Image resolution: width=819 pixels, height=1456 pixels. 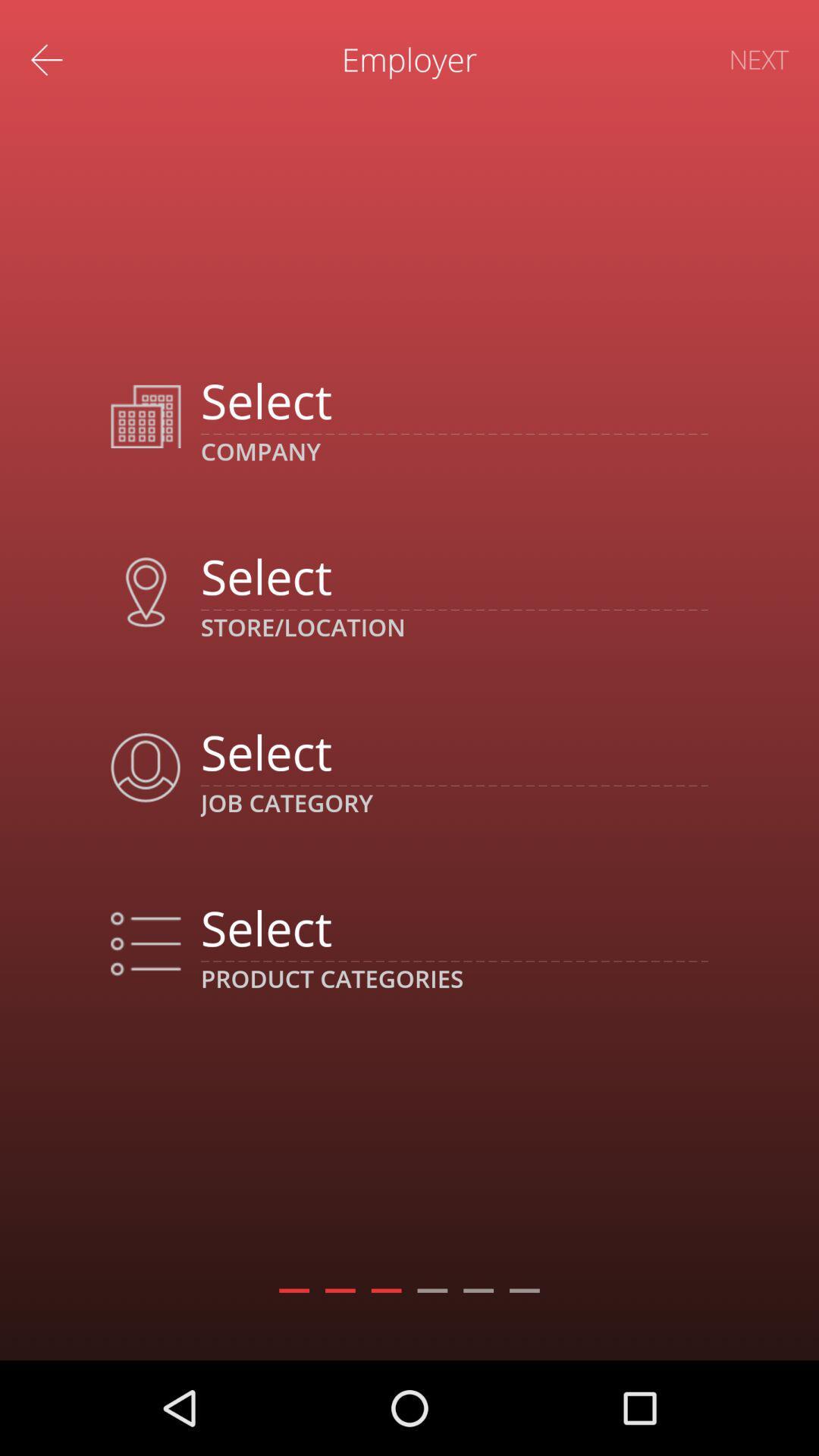 I want to click on choose store, so click(x=453, y=575).